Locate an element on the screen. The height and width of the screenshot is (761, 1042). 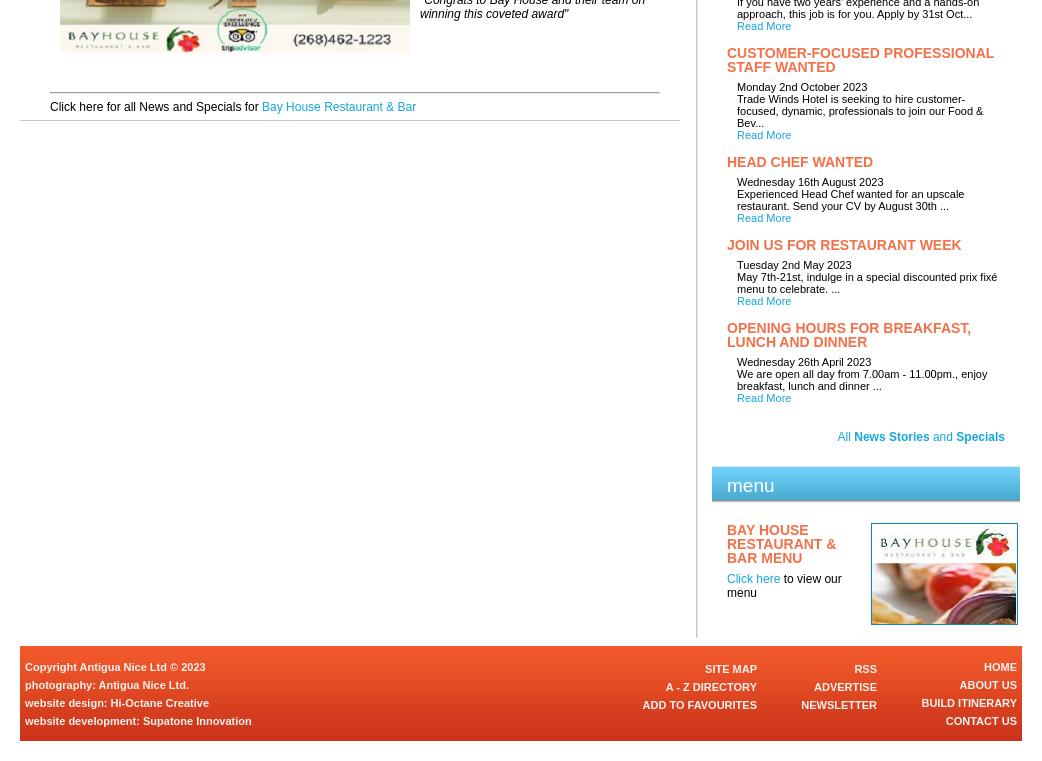
'Hi-Octane Creative' is located at coordinates (159, 702).